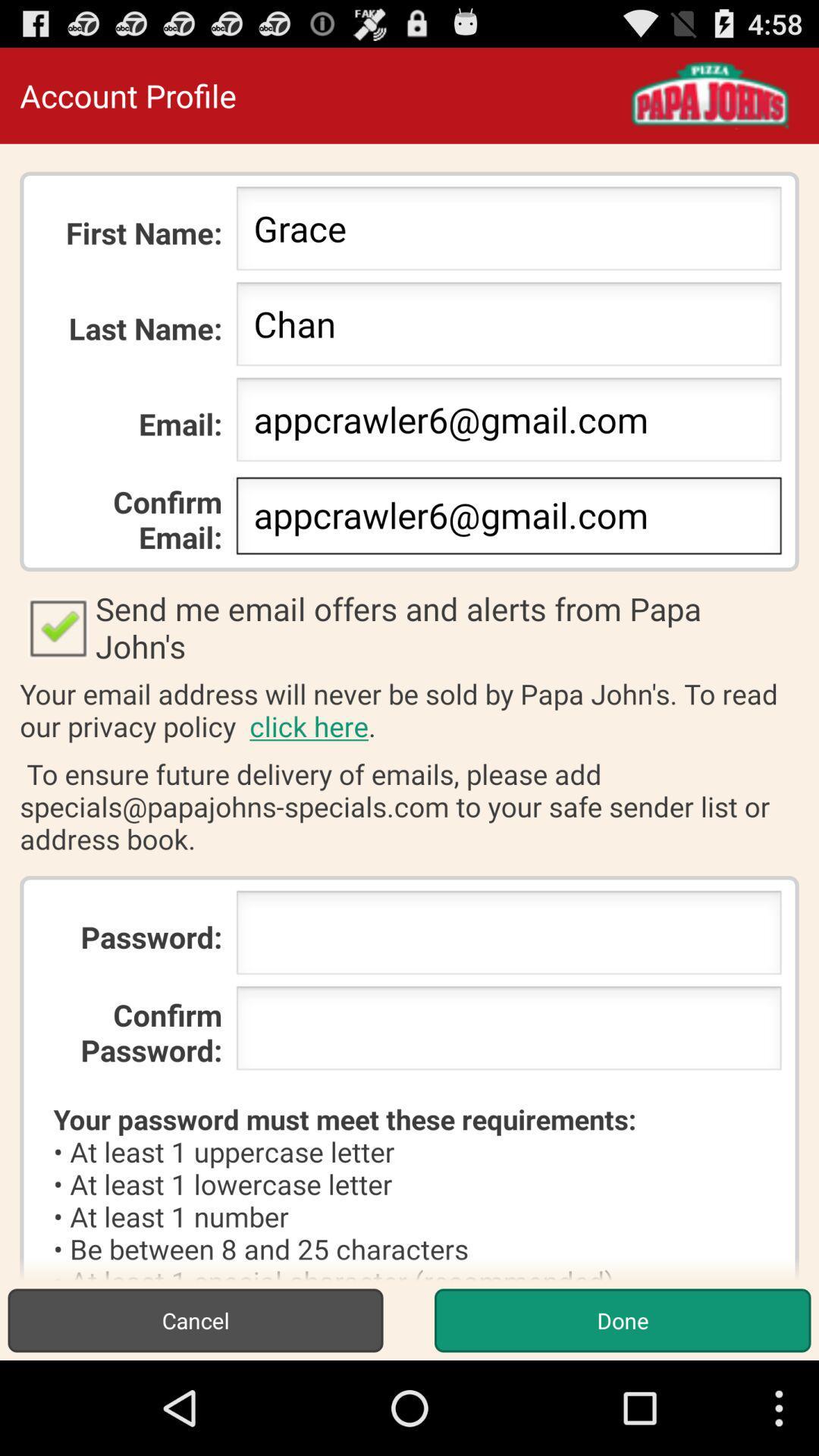  Describe the element at coordinates (509, 937) in the screenshot. I see `password creating option` at that location.